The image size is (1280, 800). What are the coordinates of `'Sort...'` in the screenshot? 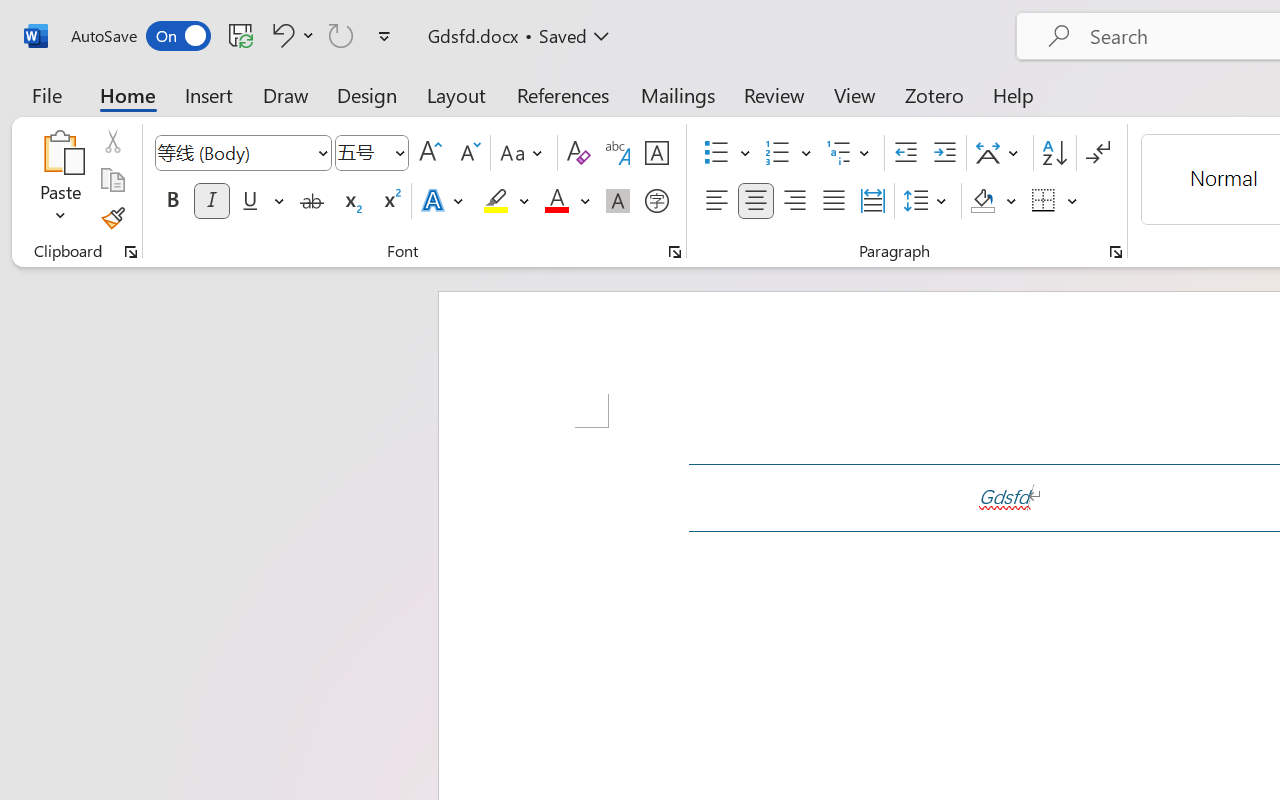 It's located at (1053, 153).